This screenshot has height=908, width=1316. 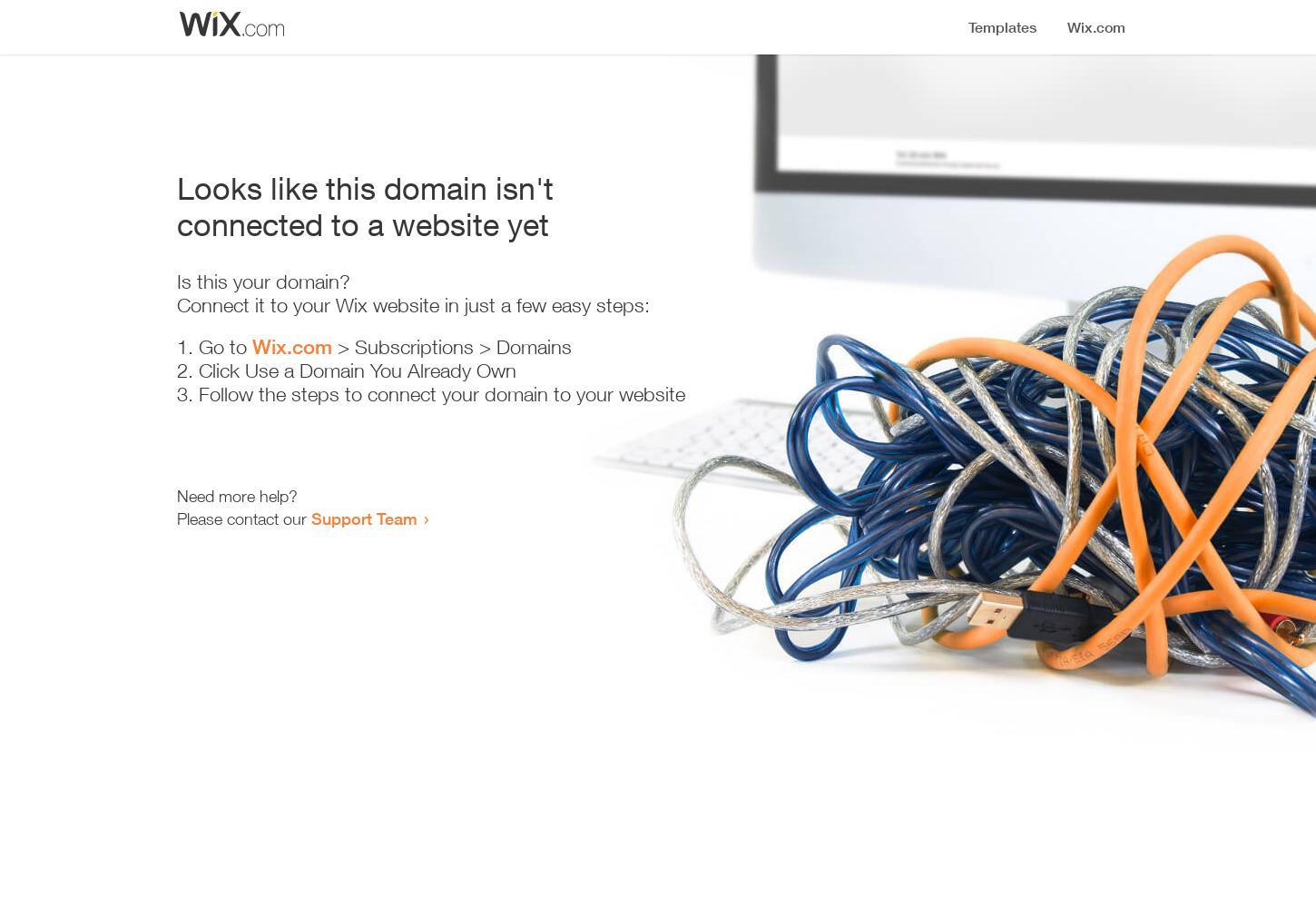 I want to click on 'Click Use a Domain You Already Own', so click(x=197, y=370).